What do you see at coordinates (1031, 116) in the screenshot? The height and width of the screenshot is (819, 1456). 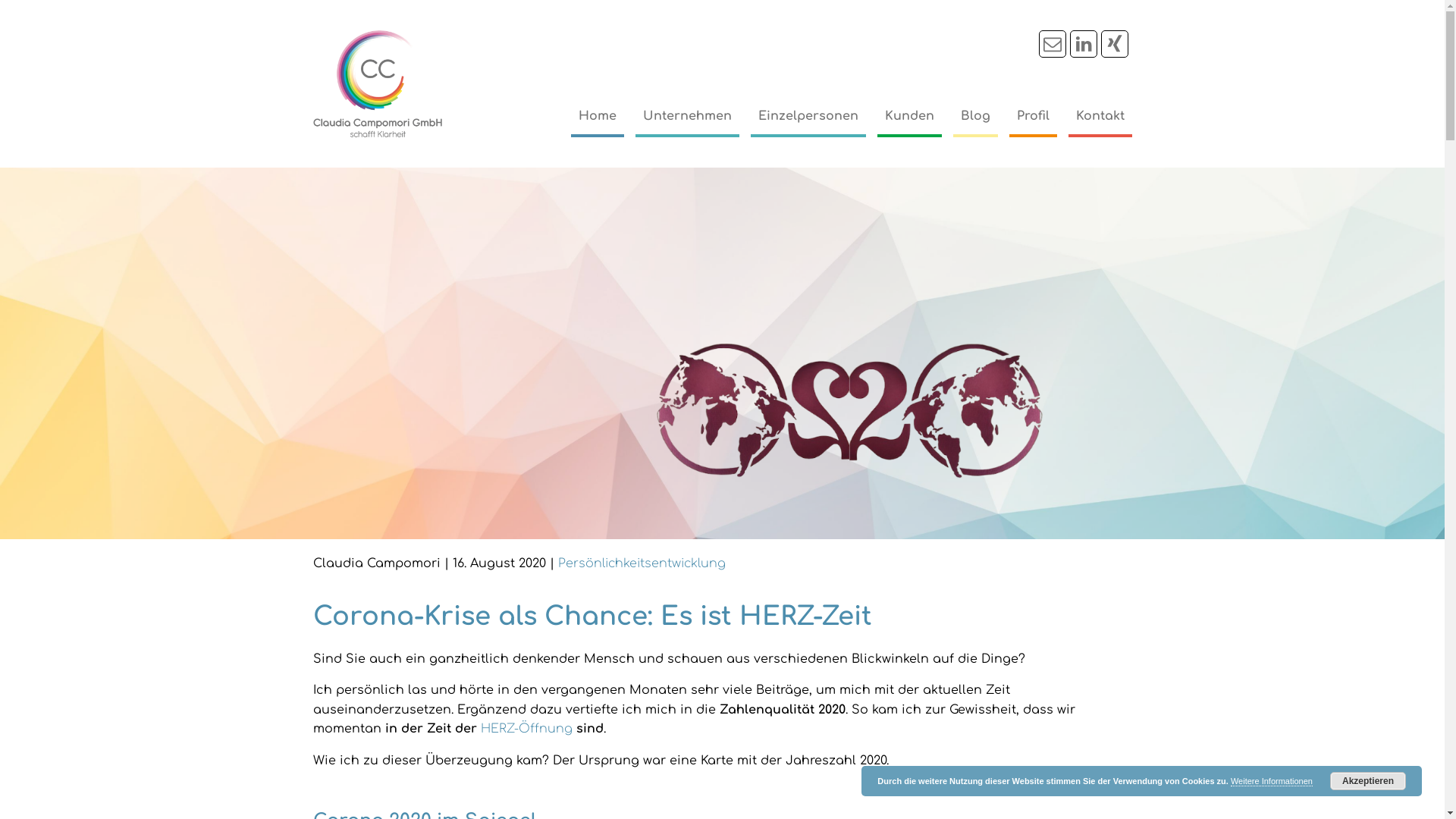 I see `'Profil'` at bounding box center [1031, 116].